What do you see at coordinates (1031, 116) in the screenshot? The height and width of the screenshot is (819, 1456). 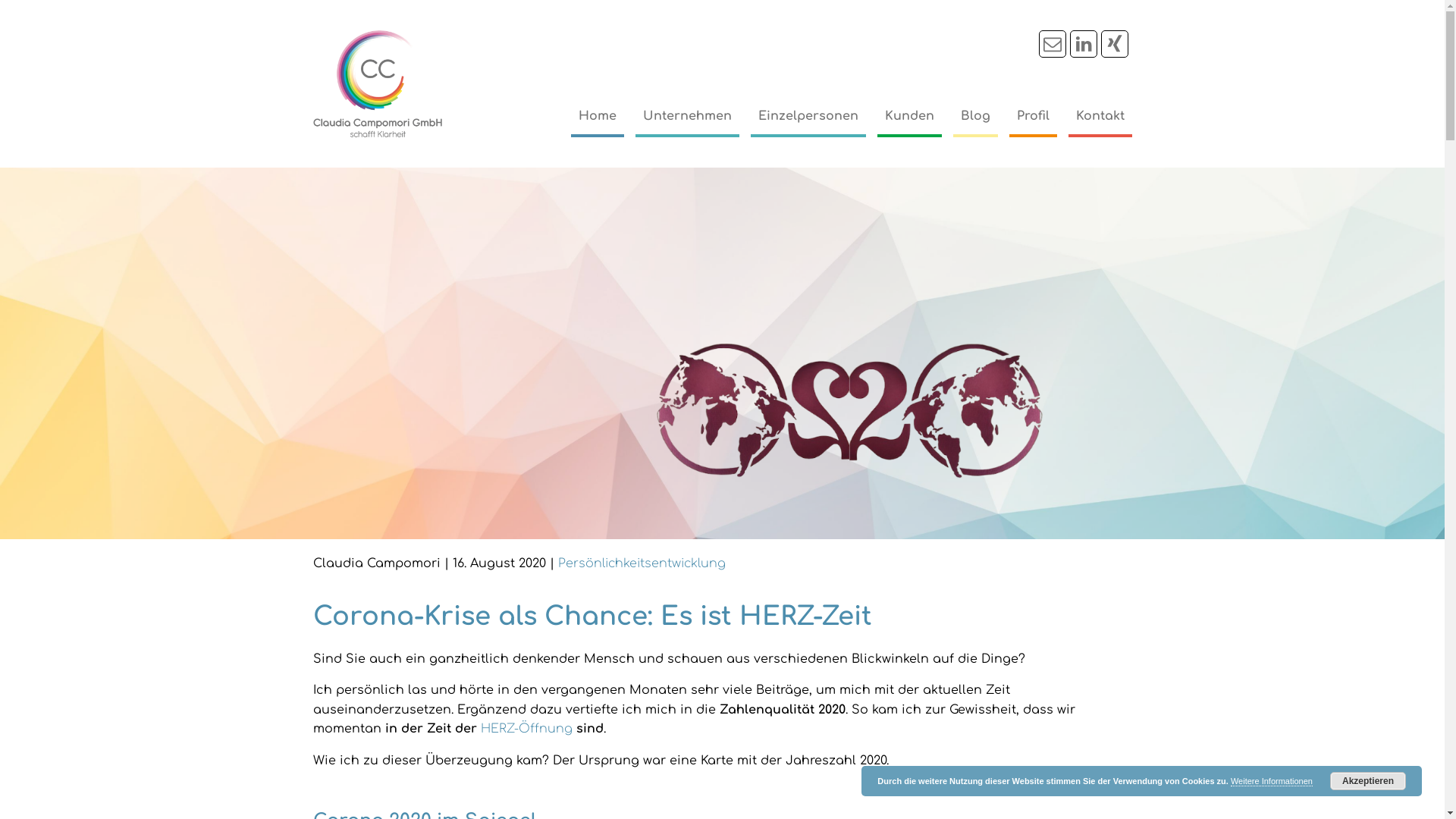 I see `'Profil'` at bounding box center [1031, 116].